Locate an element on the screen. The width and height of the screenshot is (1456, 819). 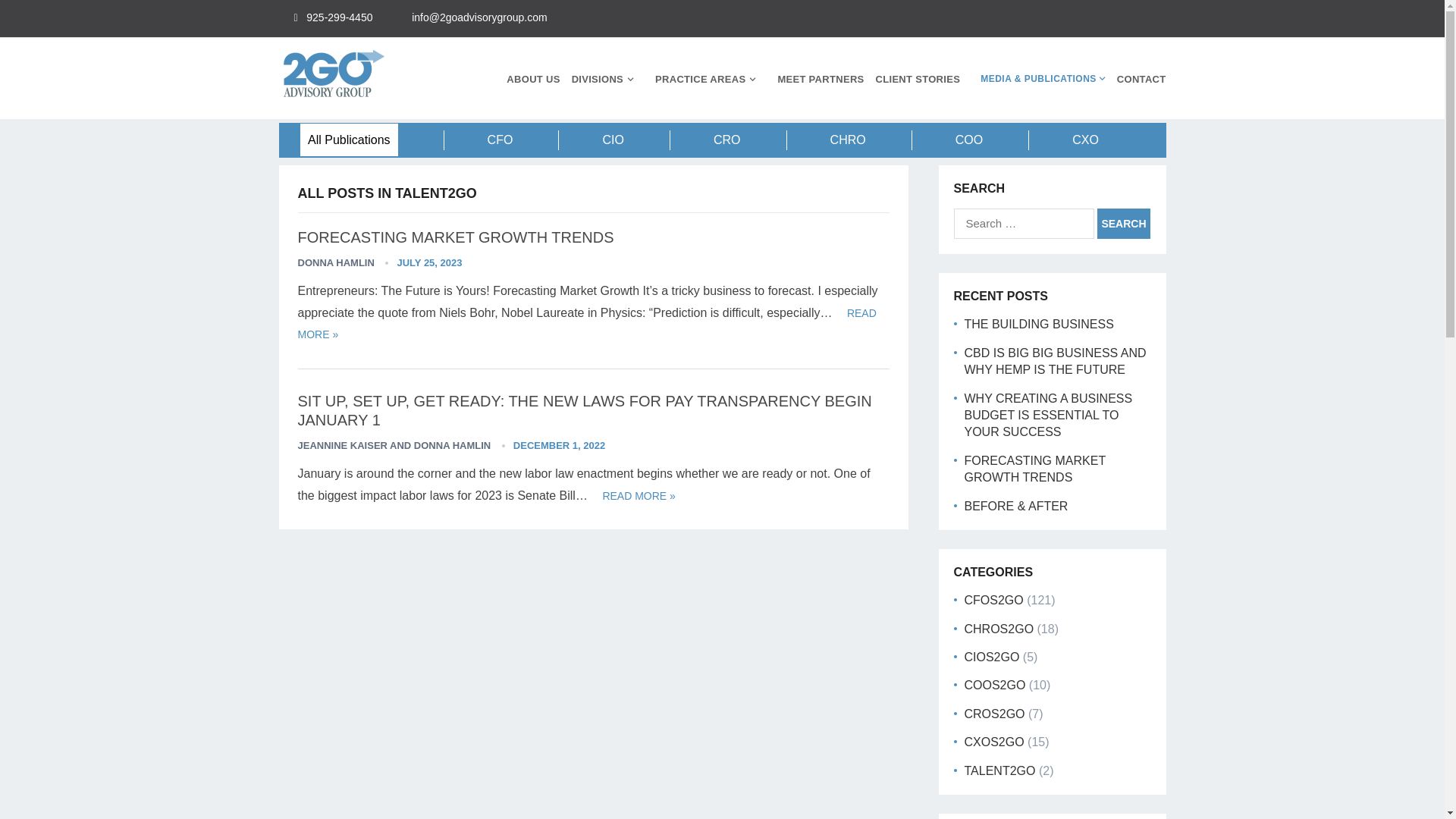
'COO' is located at coordinates (968, 140).